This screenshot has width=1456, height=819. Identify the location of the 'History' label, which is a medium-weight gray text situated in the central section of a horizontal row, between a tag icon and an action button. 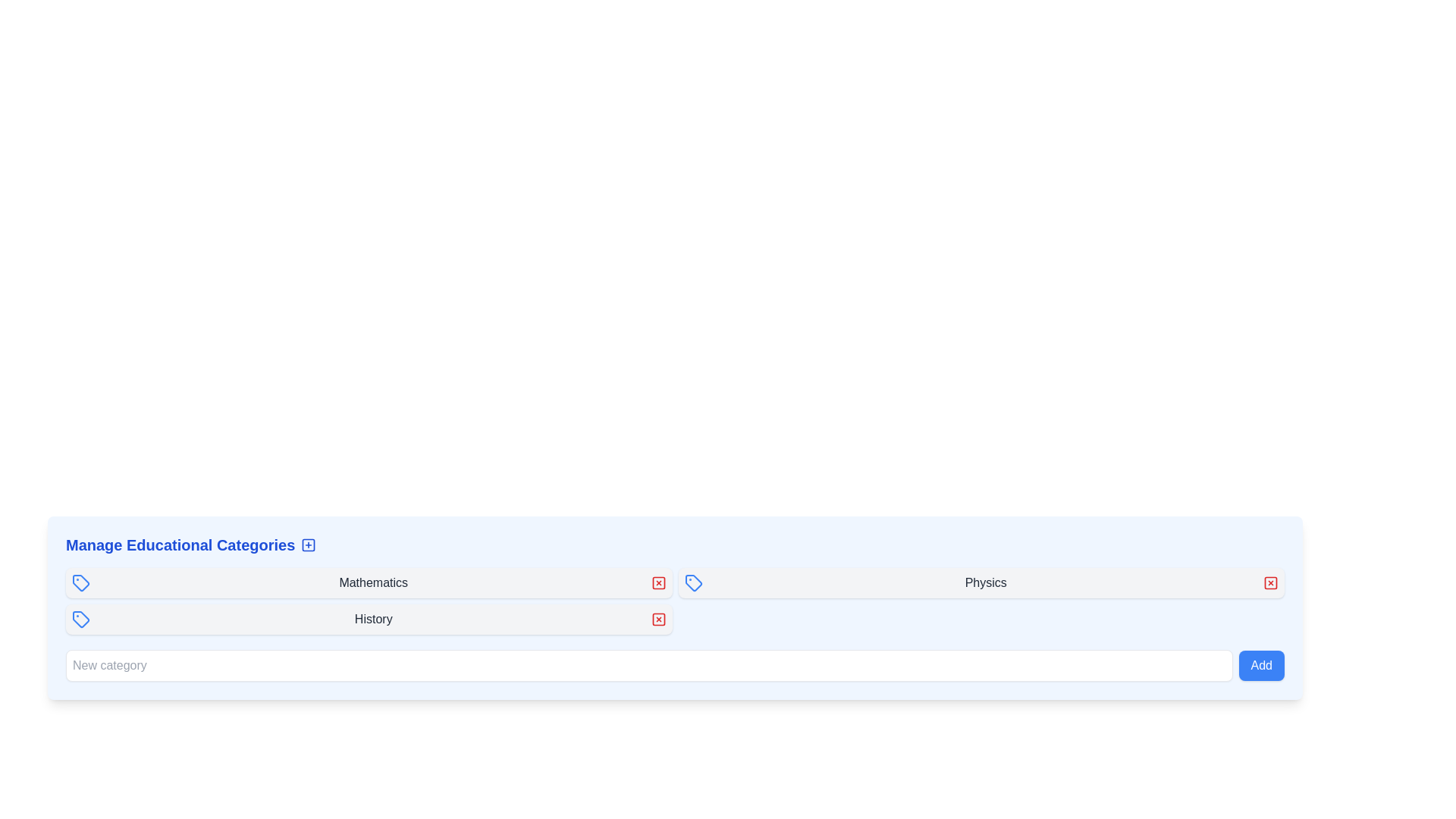
(373, 620).